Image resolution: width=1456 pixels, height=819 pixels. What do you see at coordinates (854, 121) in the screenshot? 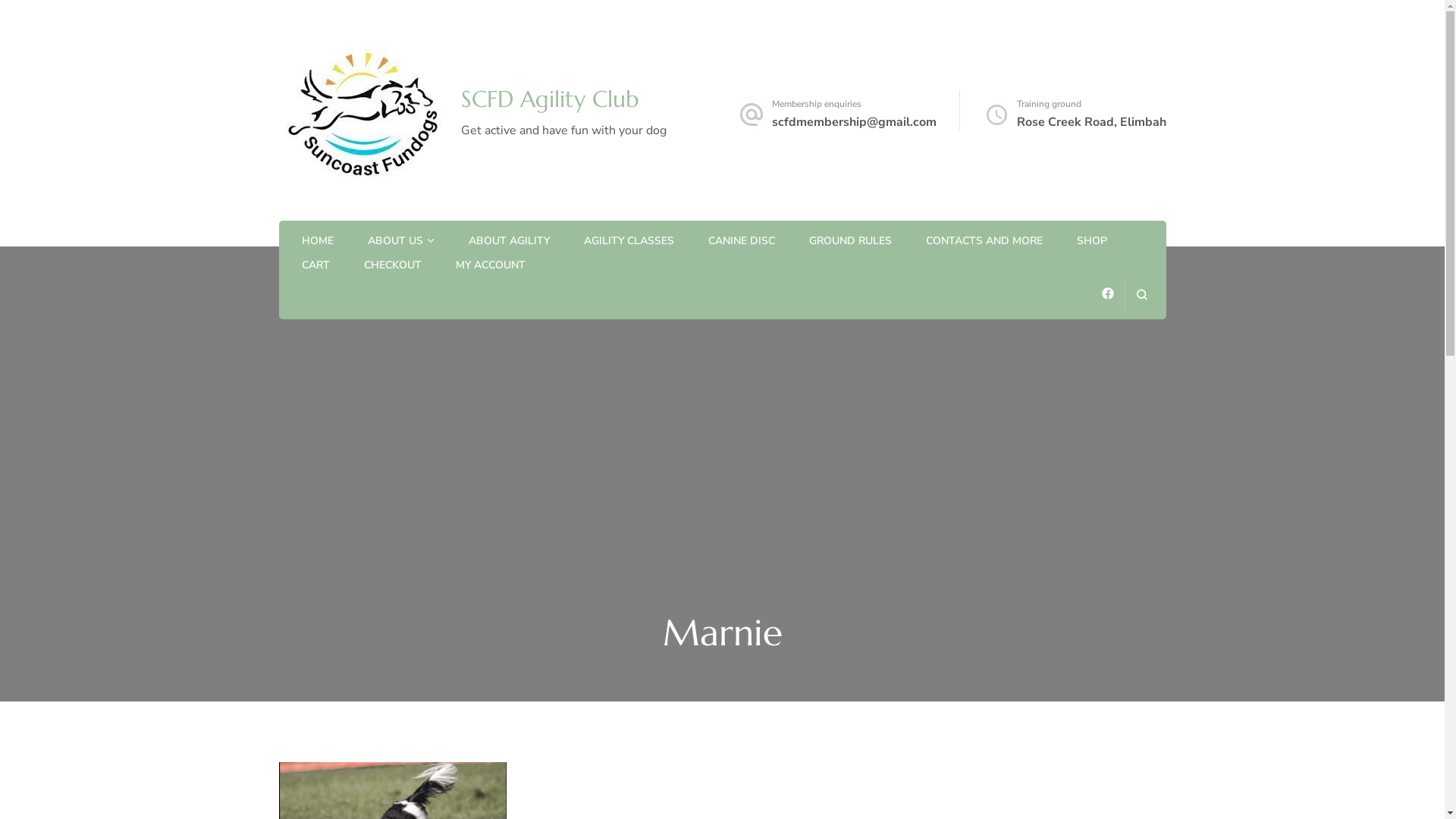
I see `'scfdmembership@gmail.com'` at bounding box center [854, 121].